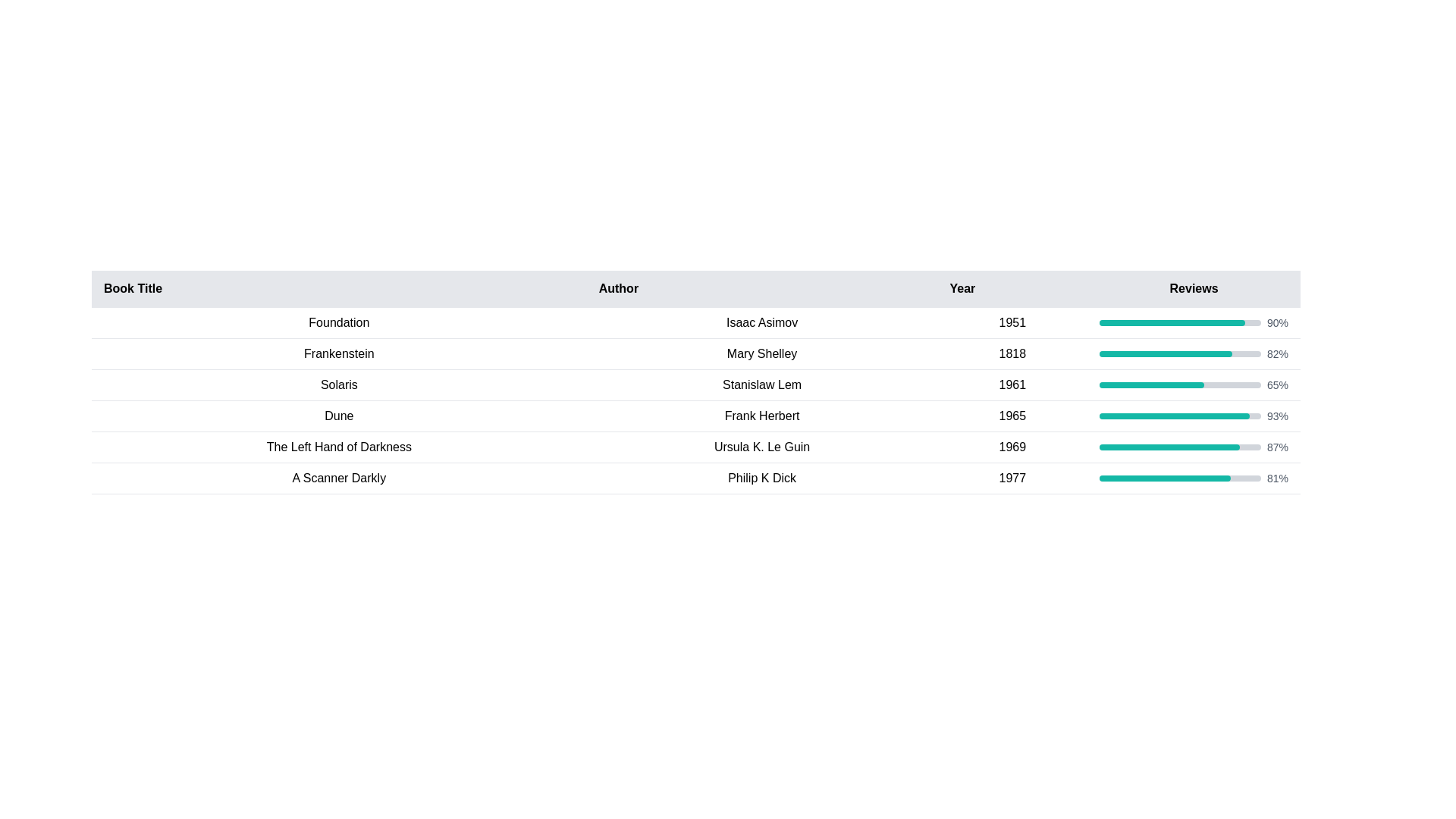 This screenshot has width=1456, height=819. What do you see at coordinates (1179, 384) in the screenshot?
I see `the progress bar indicating a 65% completion for reviews associated with the book 'Solaris'` at bounding box center [1179, 384].